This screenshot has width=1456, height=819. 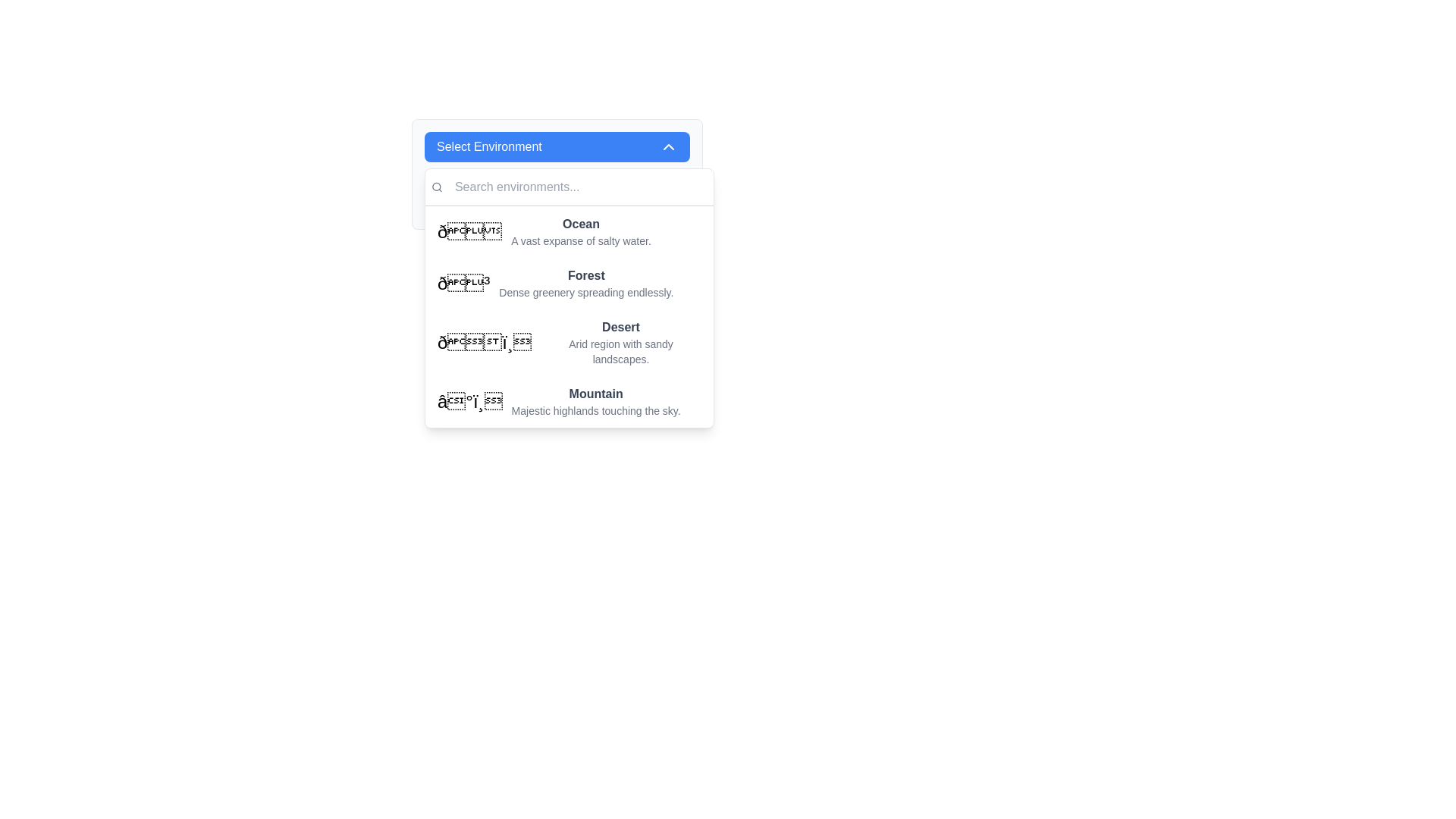 What do you see at coordinates (568, 342) in the screenshot?
I see `the 'Desert' option in the dropdown menu` at bounding box center [568, 342].